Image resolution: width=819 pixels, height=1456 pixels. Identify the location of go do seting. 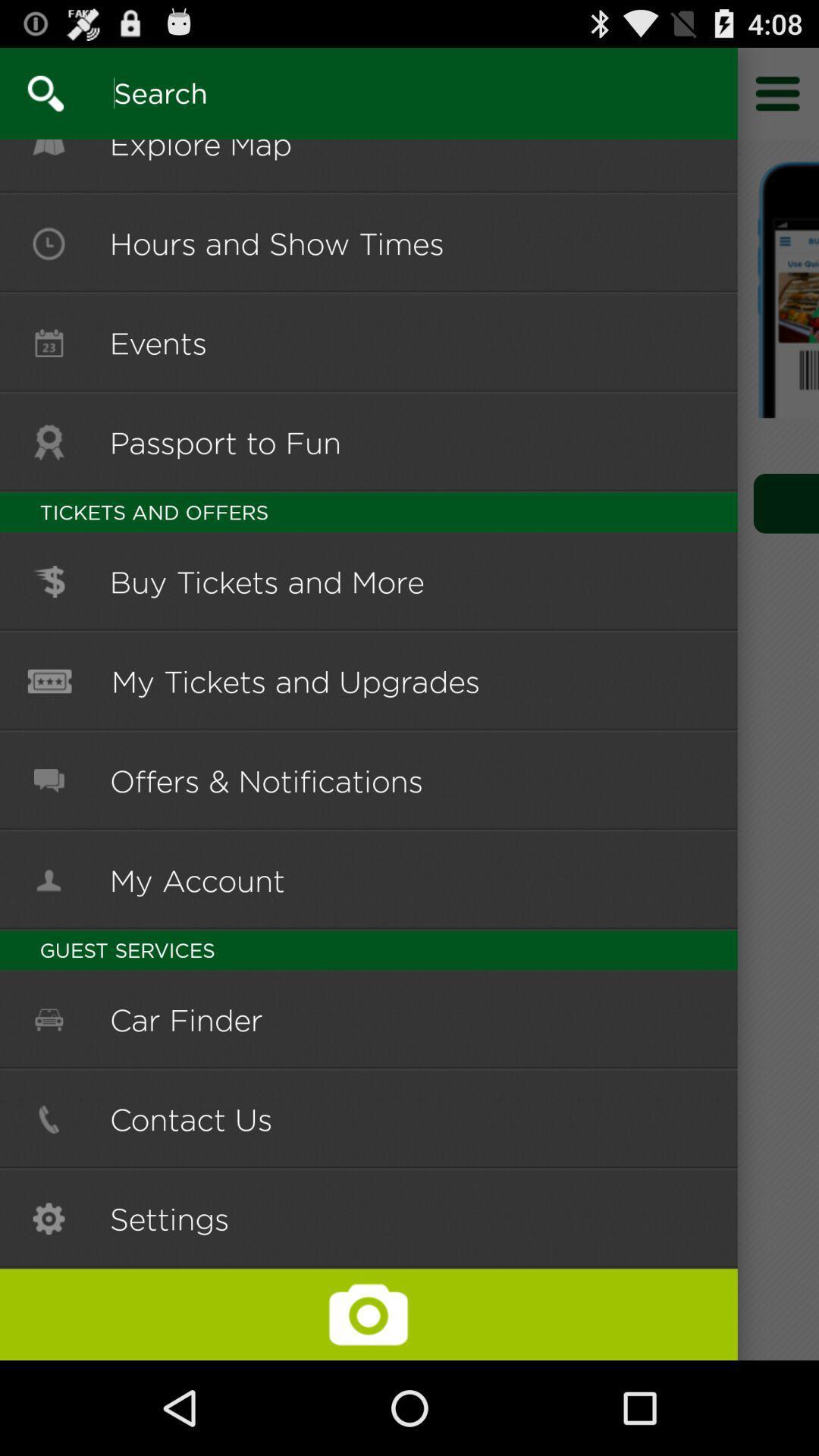
(778, 93).